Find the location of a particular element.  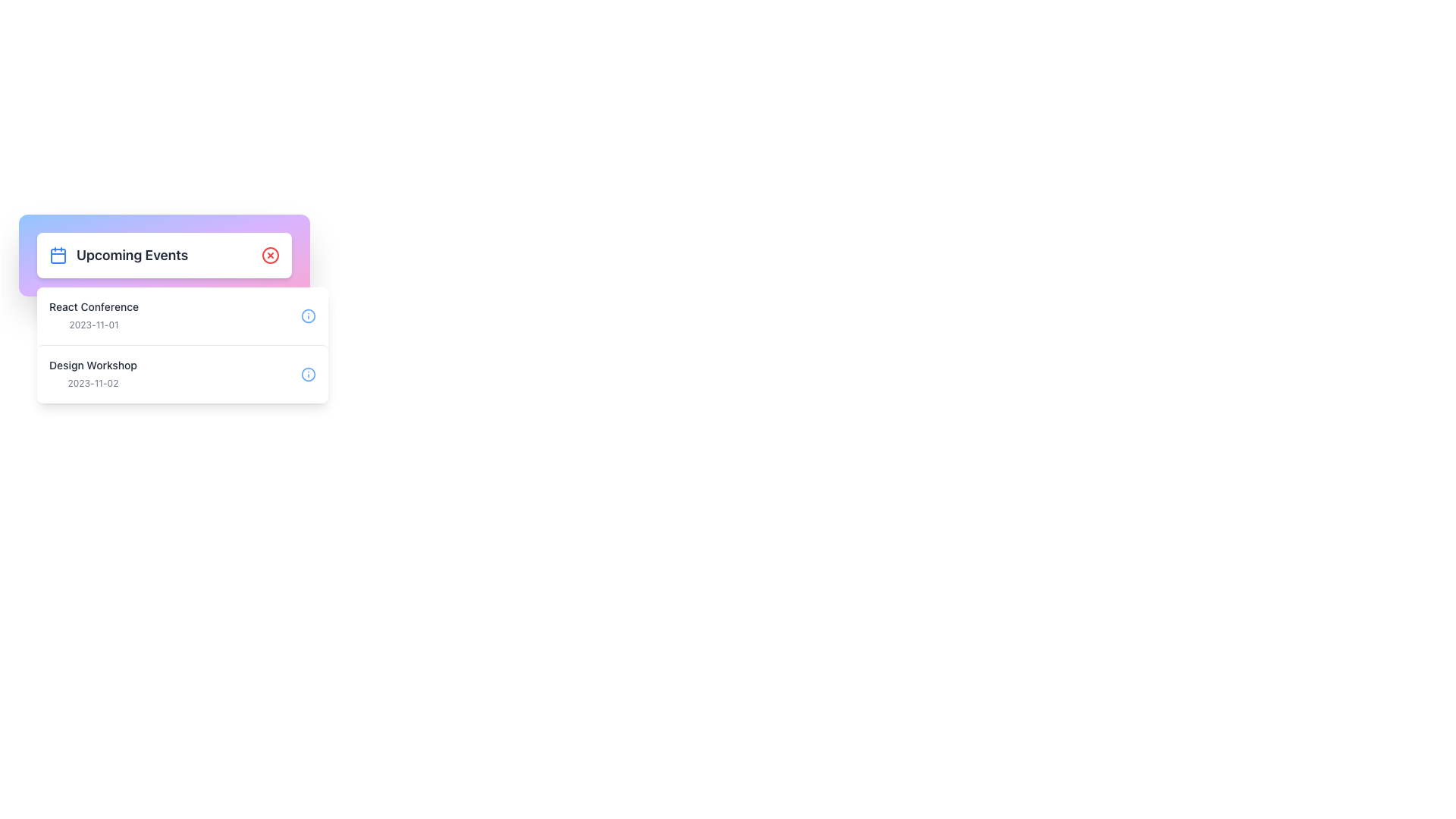

title of the header which contains a blue calendar icon and the text 'Upcoming Events', located at the center of the upper section of the card layout is located at coordinates (118, 254).